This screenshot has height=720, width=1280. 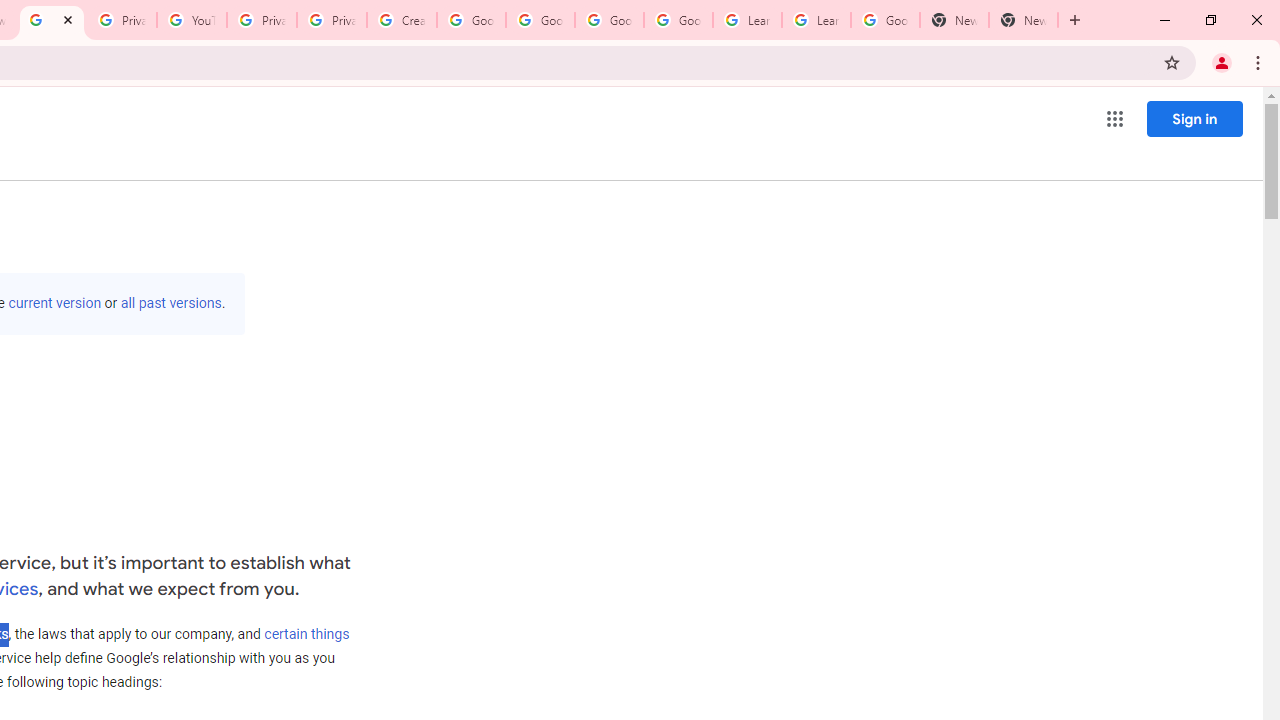 I want to click on 'New Tab', so click(x=1024, y=20).